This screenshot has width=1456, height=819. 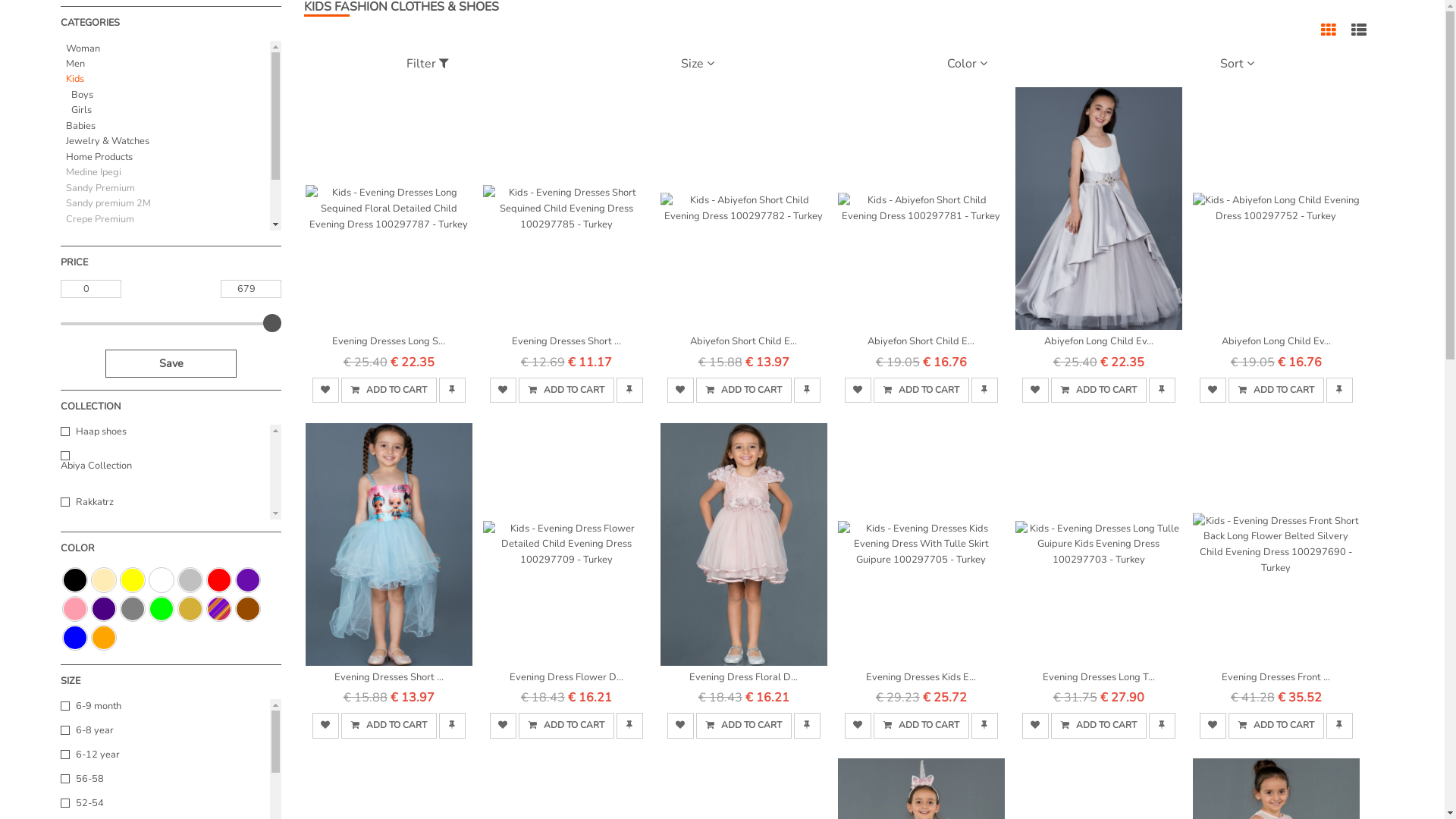 What do you see at coordinates (660, 209) in the screenshot?
I see `'Kids - Abiyefon Short Child Evening Dress 100297782 - Turkey'` at bounding box center [660, 209].